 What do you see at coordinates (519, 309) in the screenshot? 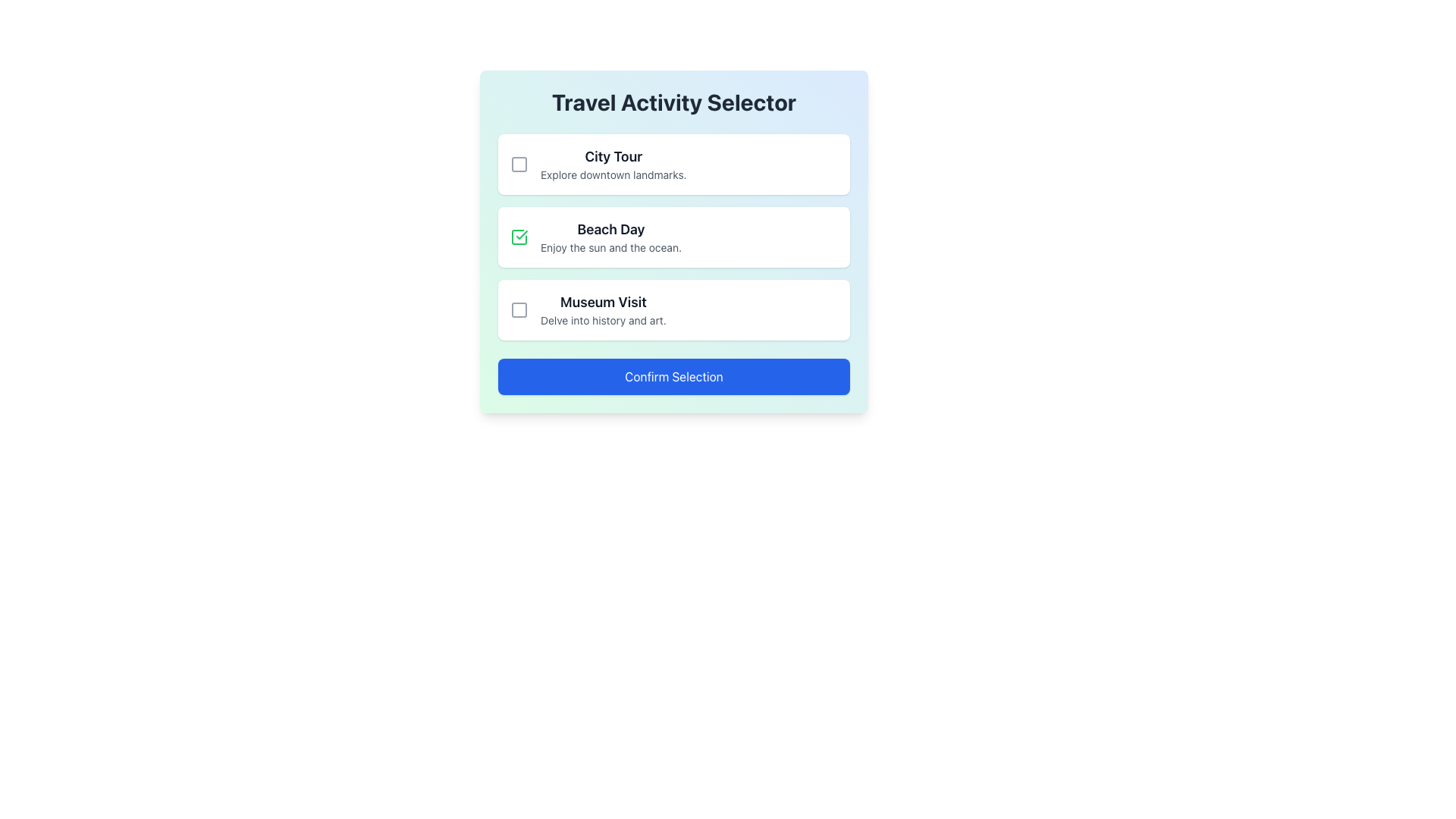
I see `the checkbox for the 'Museum Visit' option in the 'Travel Activity Selector' section` at bounding box center [519, 309].